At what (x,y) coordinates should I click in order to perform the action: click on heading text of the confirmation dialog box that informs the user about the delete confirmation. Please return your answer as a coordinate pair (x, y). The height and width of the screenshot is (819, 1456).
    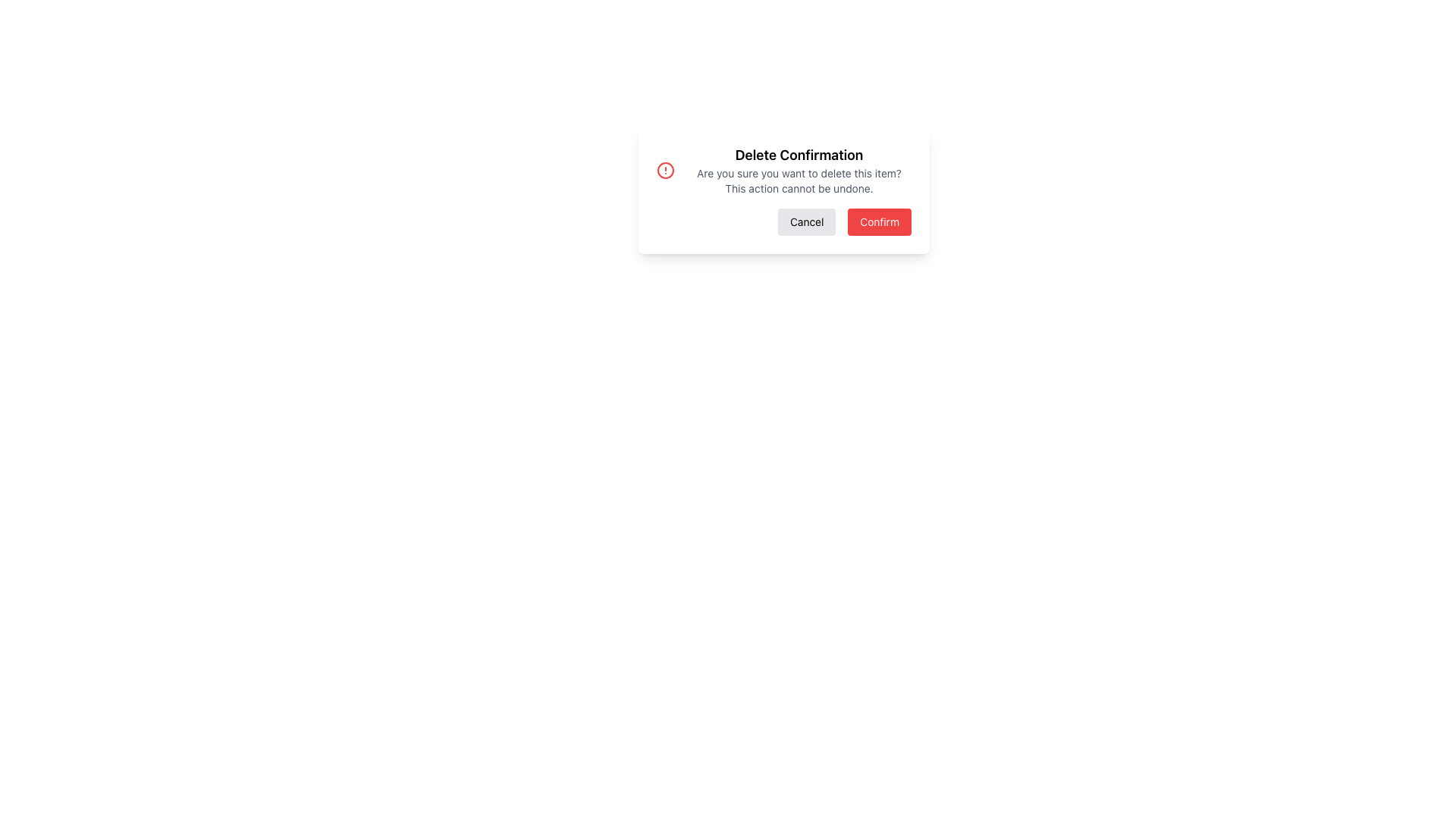
    Looking at the image, I should click on (799, 155).